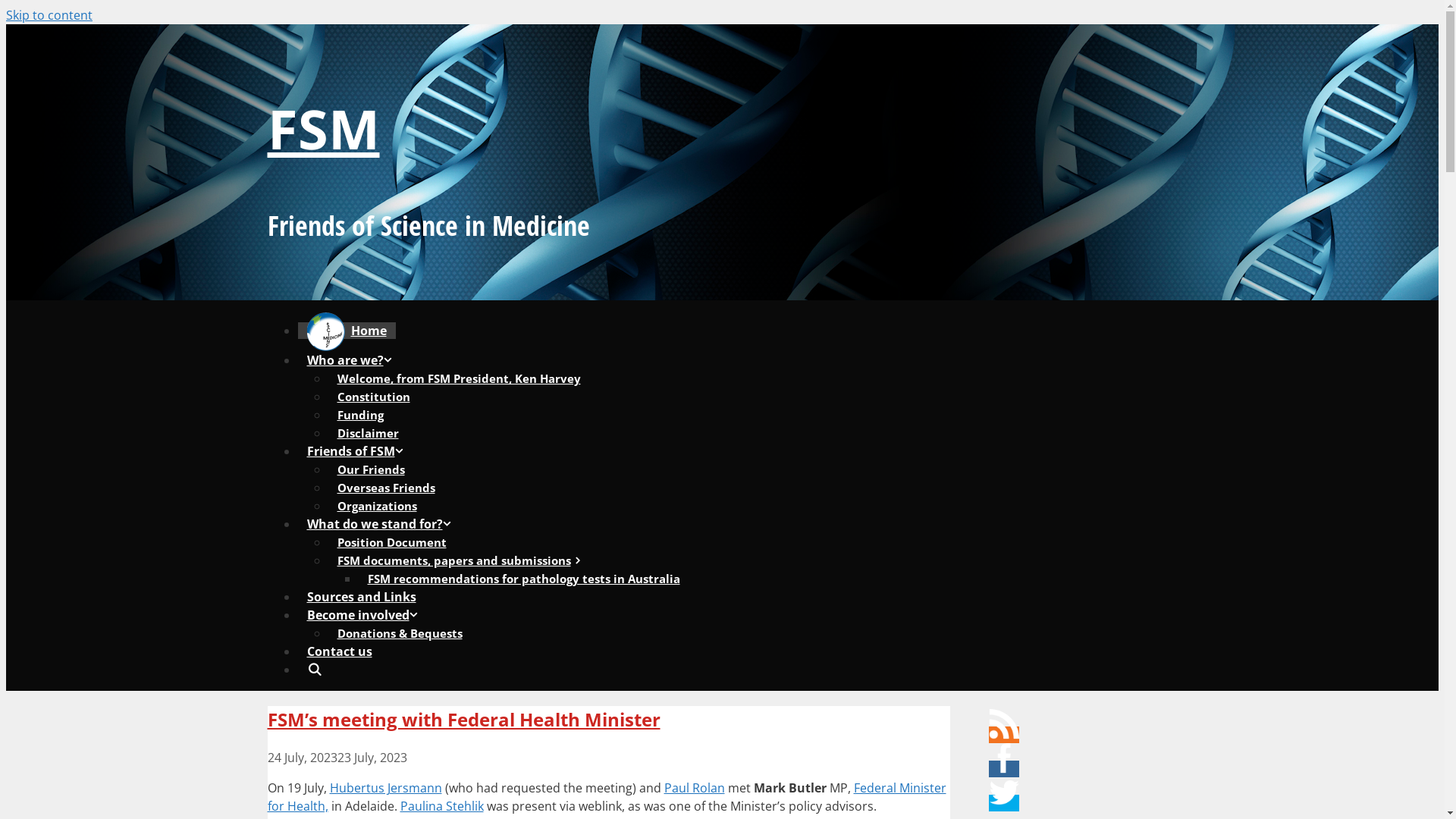  What do you see at coordinates (6, 14) in the screenshot?
I see `'Skip to content'` at bounding box center [6, 14].